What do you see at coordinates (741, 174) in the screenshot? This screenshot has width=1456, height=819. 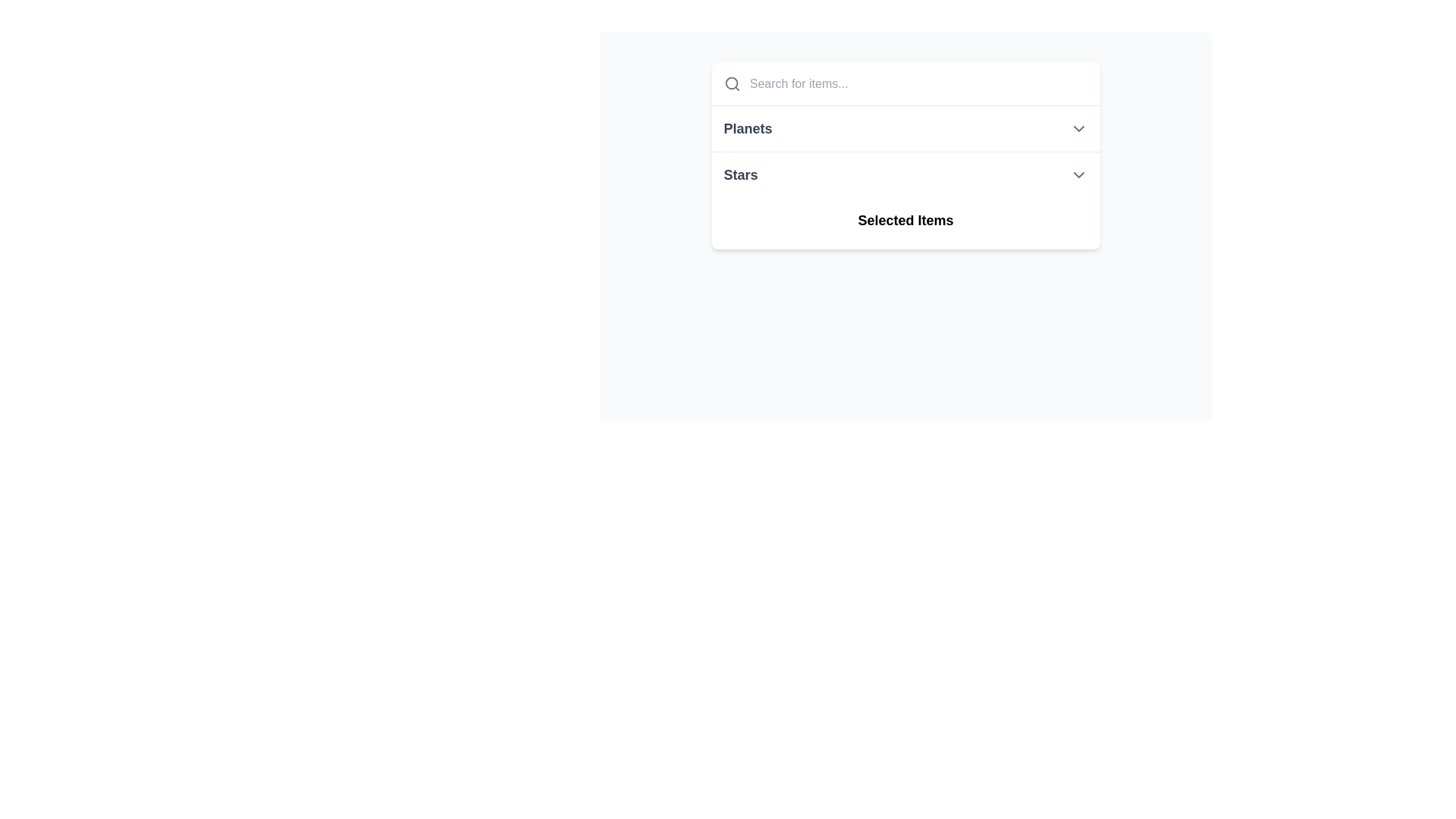 I see `text label that serves as the header for the dropdown or list item related to 'Stars', located at the center of the bounding box` at bounding box center [741, 174].